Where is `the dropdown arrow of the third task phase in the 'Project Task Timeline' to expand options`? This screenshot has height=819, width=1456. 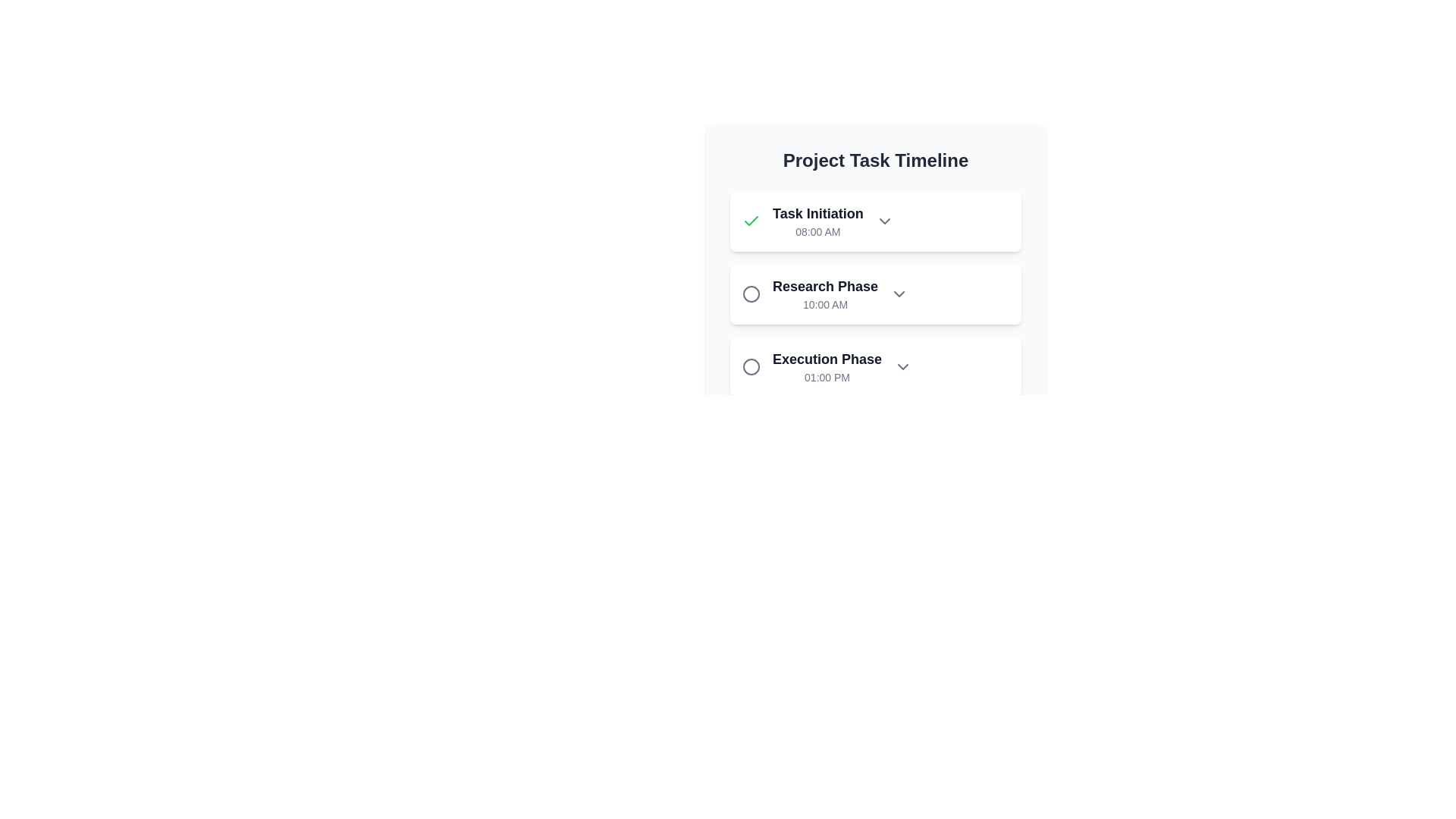 the dropdown arrow of the third task phase in the 'Project Task Timeline' to expand options is located at coordinates (876, 366).